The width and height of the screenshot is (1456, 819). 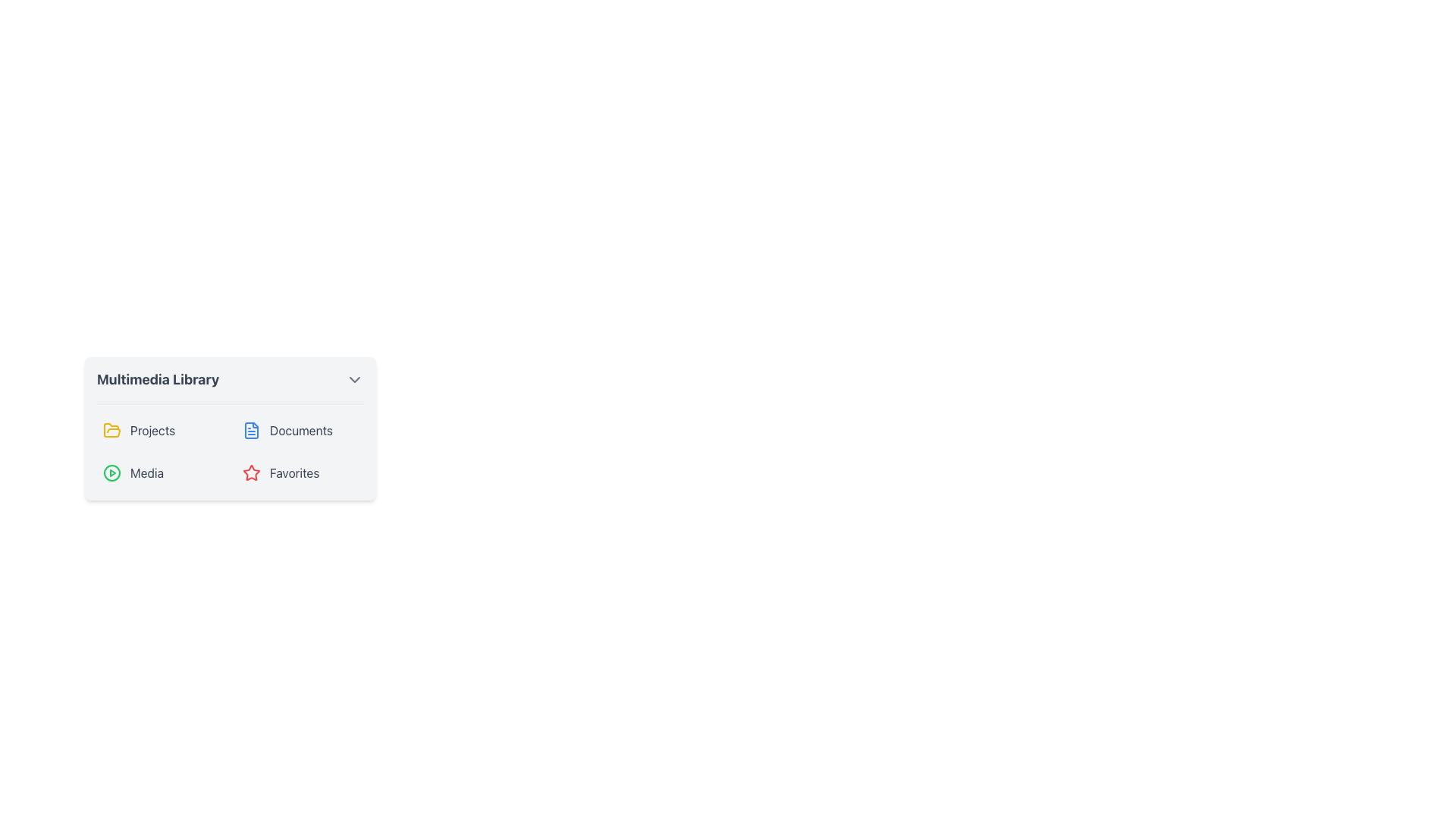 What do you see at coordinates (111, 472) in the screenshot?
I see `the 'Media' icon in the vertical menu under the 'Multimedia Library' section` at bounding box center [111, 472].